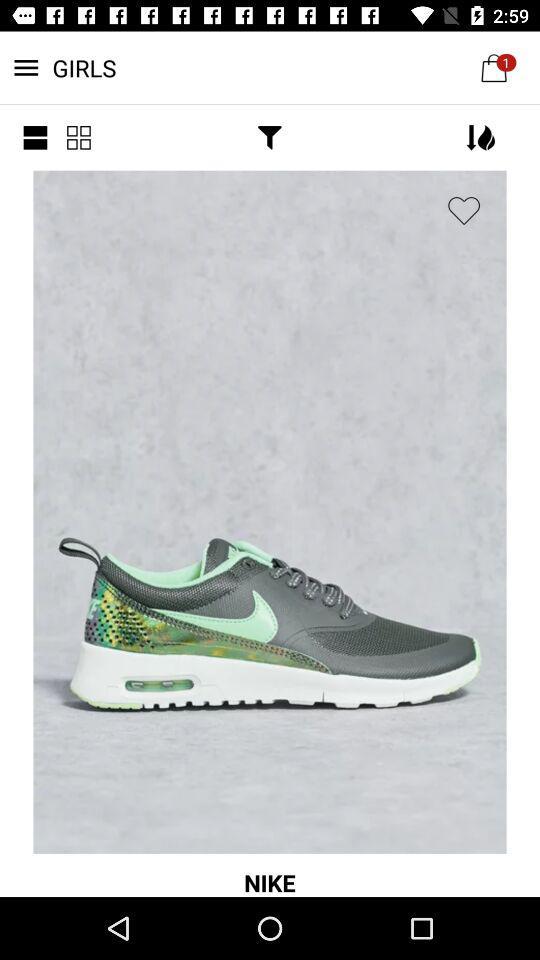 This screenshot has height=960, width=540. What do you see at coordinates (35, 136) in the screenshot?
I see `icon next to the girls icon` at bounding box center [35, 136].